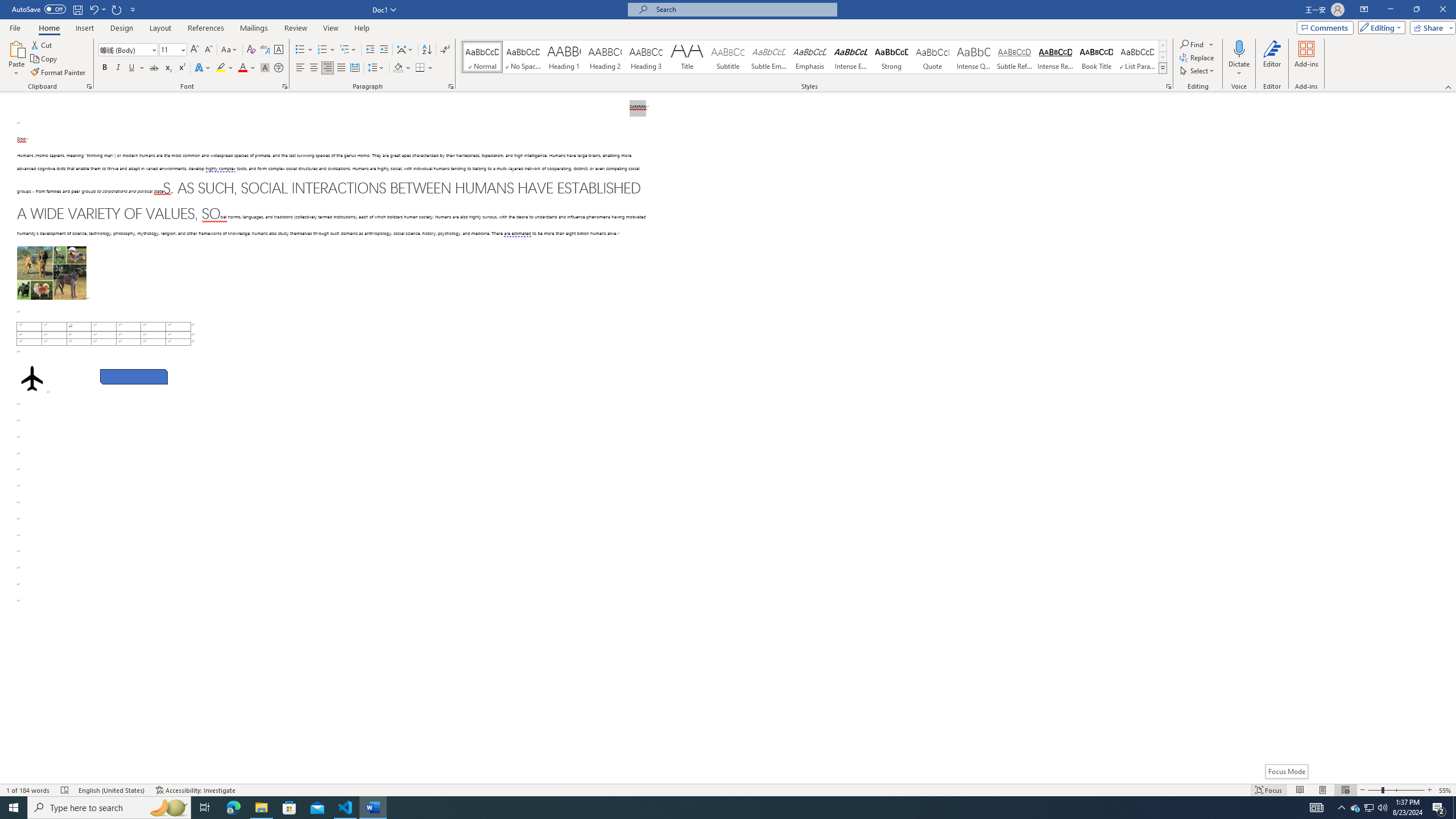  What do you see at coordinates (646, 56) in the screenshot?
I see `'Heading 3'` at bounding box center [646, 56].